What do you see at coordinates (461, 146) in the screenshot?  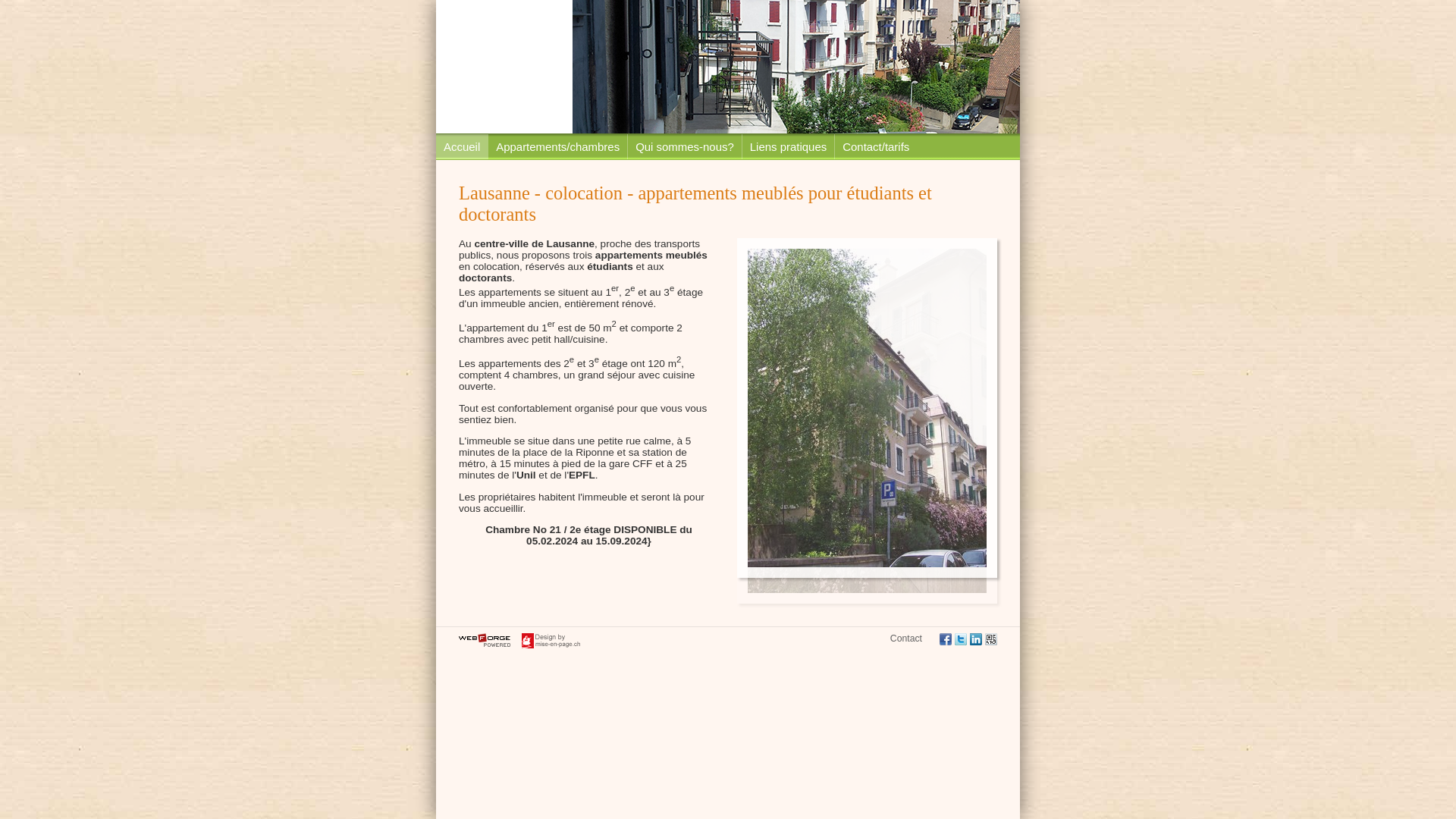 I see `'Accueil'` at bounding box center [461, 146].